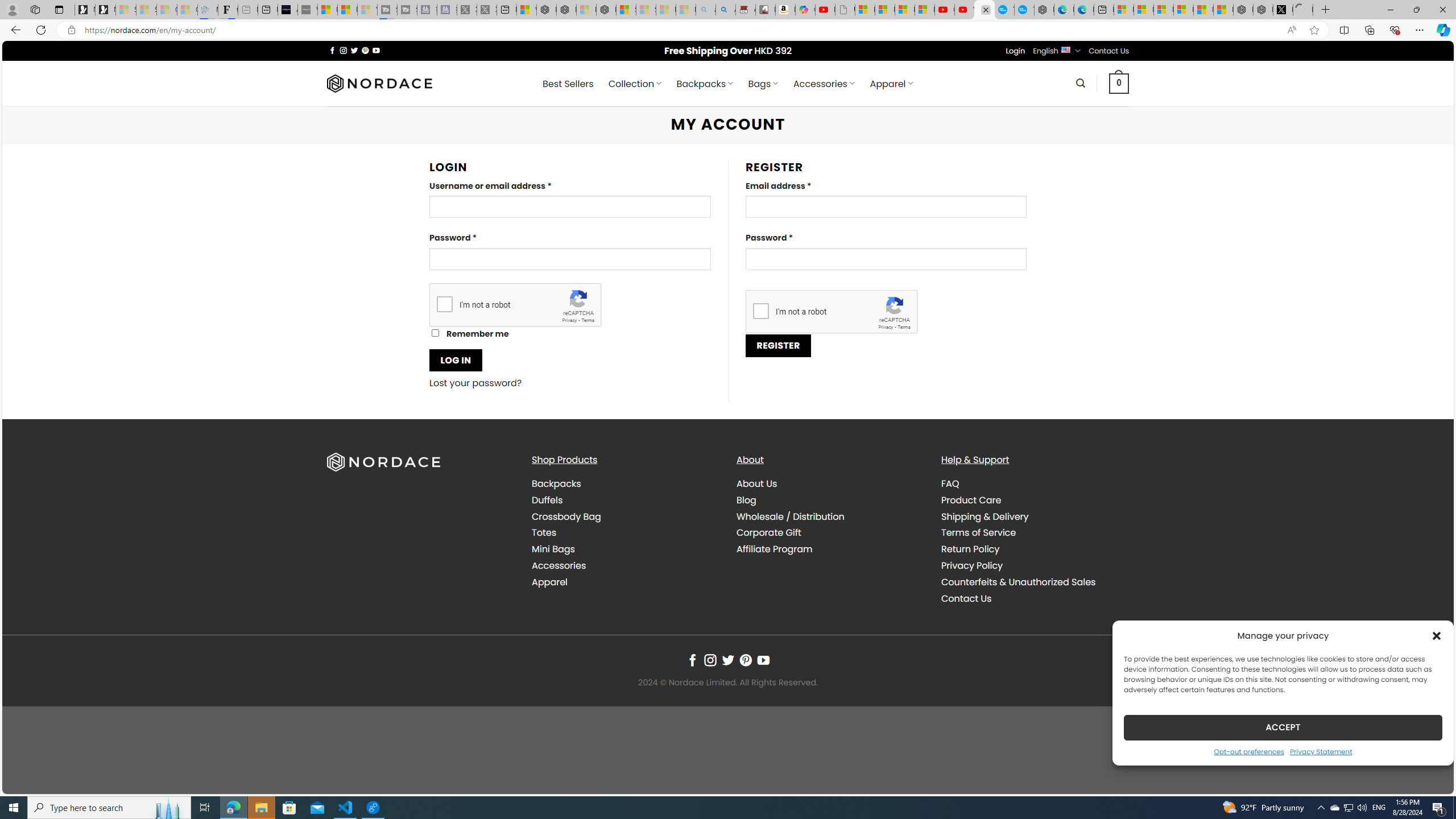 This screenshot has height=819, width=1456. I want to click on ' 0 ', so click(1118, 82).